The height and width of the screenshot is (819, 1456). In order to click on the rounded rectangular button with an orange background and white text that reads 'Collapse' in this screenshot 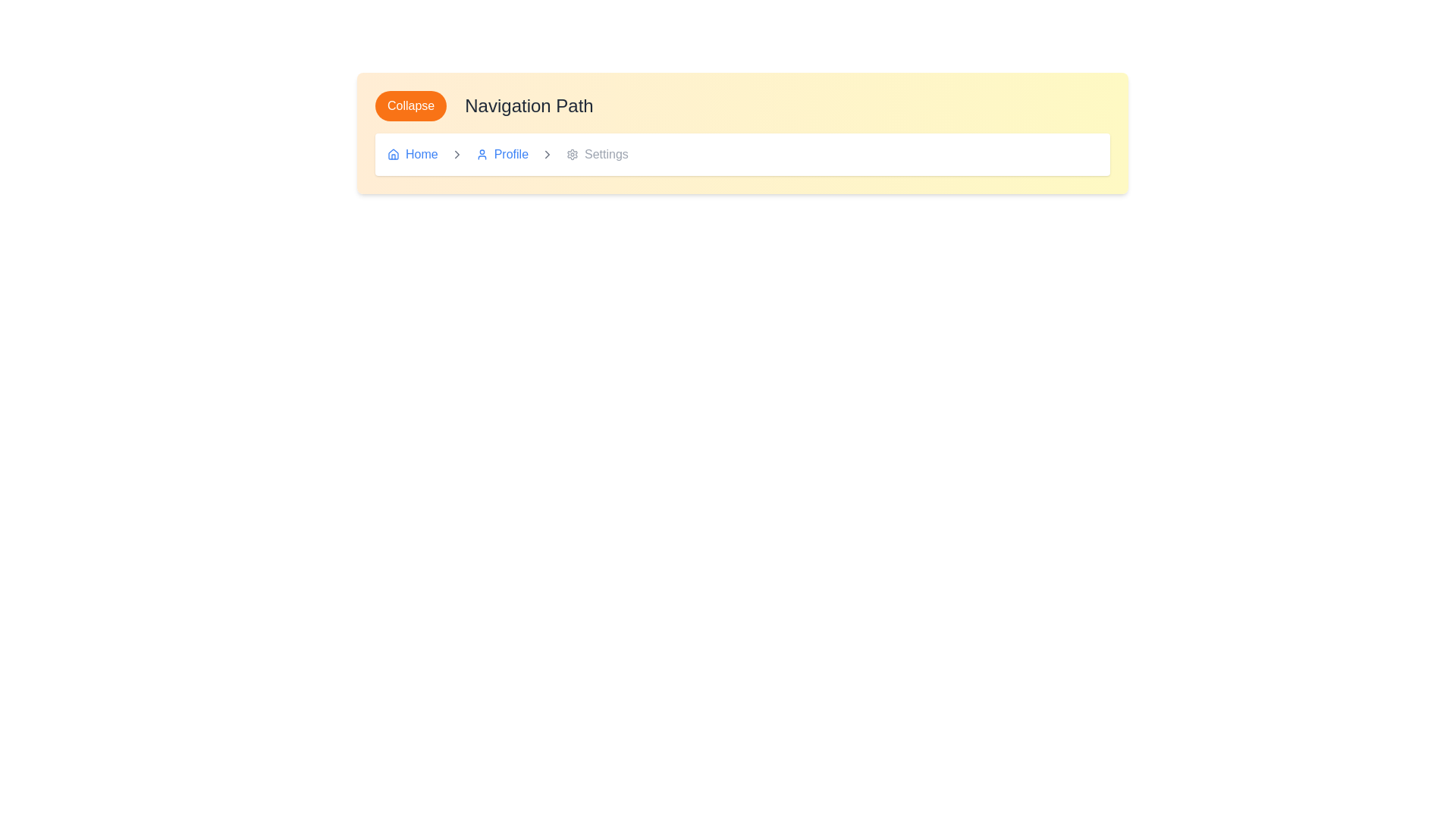, I will do `click(411, 105)`.